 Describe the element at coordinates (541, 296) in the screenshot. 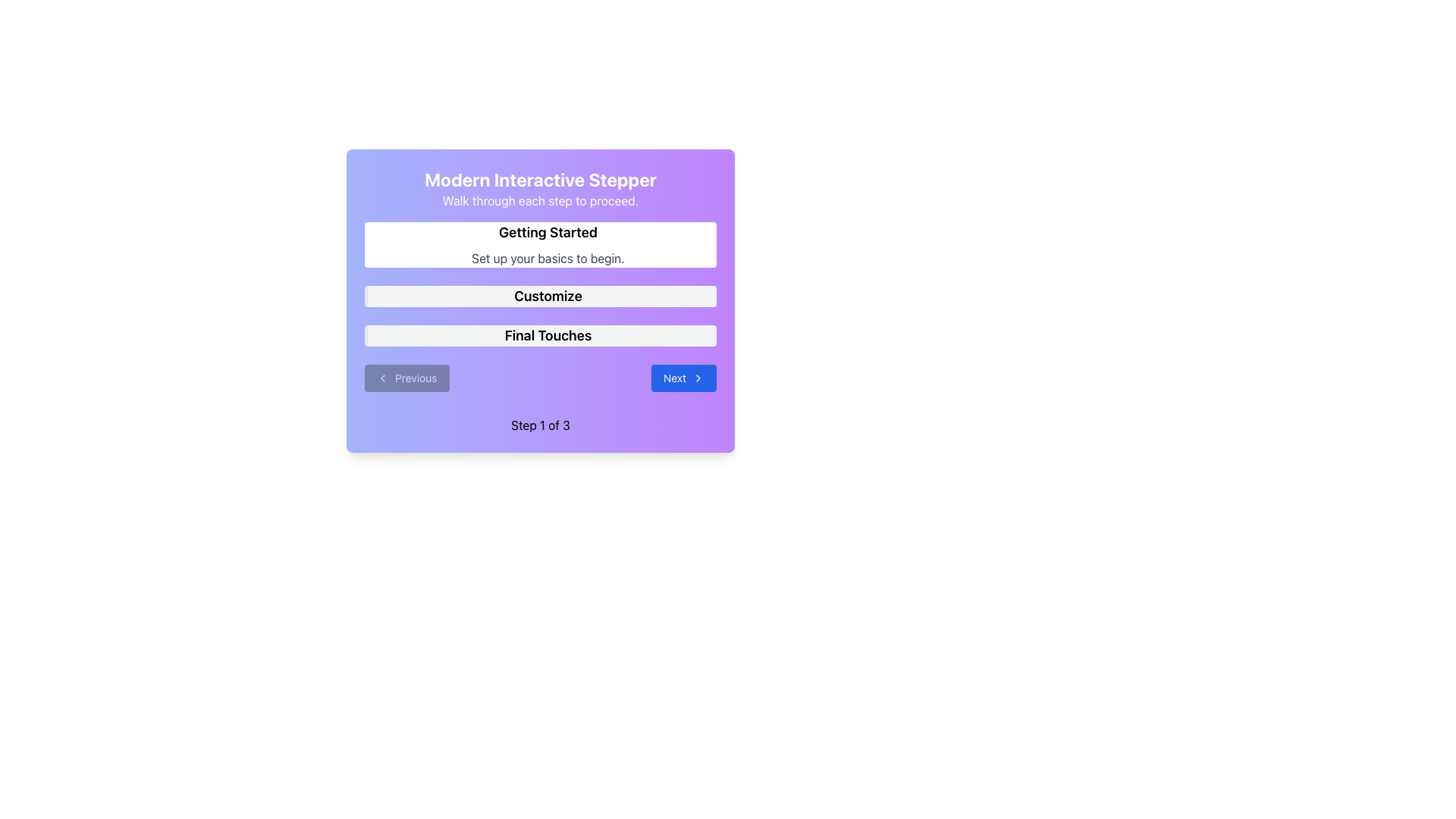

I see `the 'Customize' text label within the graphical step progression interface, which is the second item in the list and features bold black text on a light gray background` at that location.